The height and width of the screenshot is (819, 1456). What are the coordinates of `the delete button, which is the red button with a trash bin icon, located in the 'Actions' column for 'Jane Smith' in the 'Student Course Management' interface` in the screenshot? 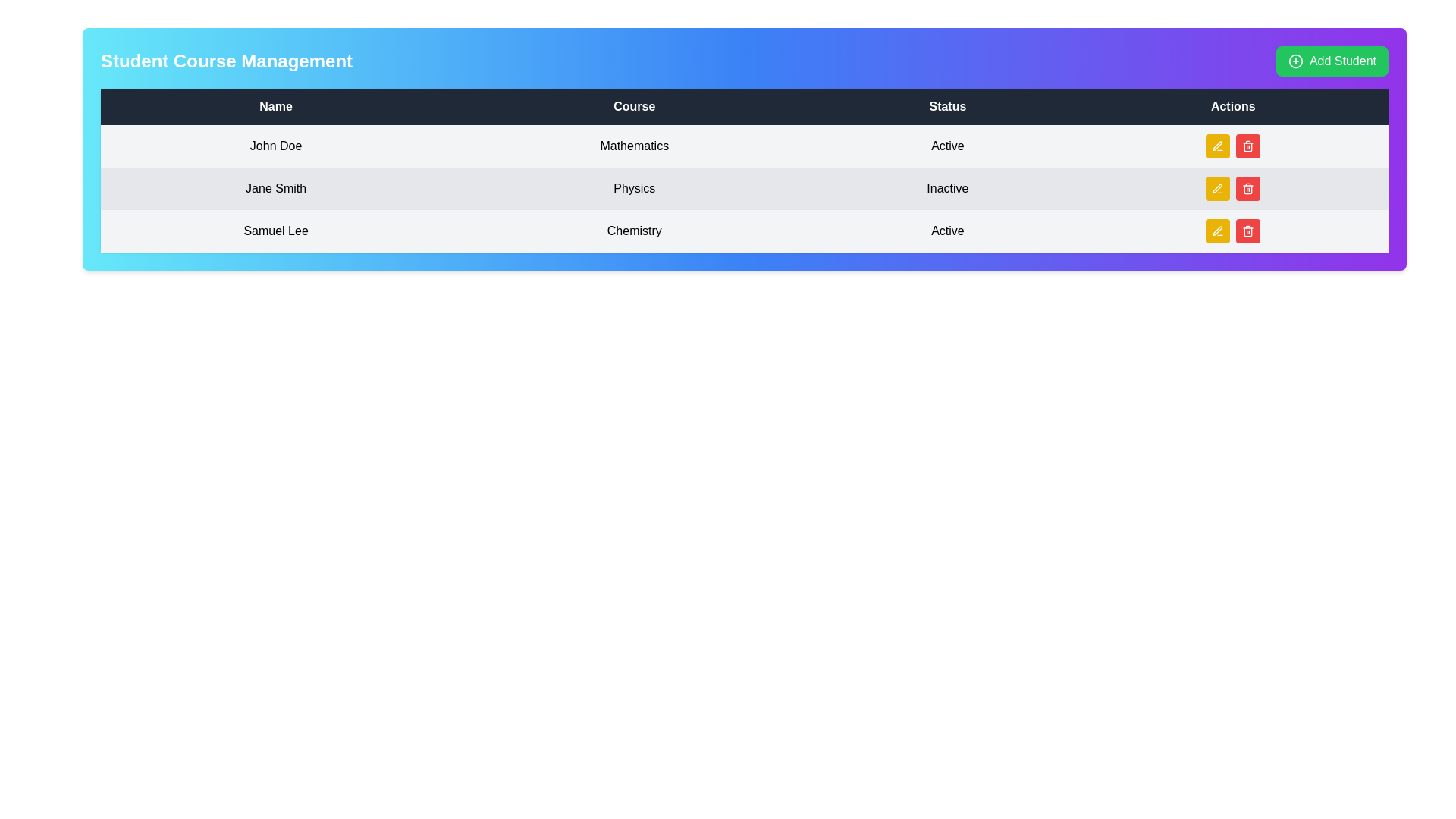 It's located at (1233, 188).